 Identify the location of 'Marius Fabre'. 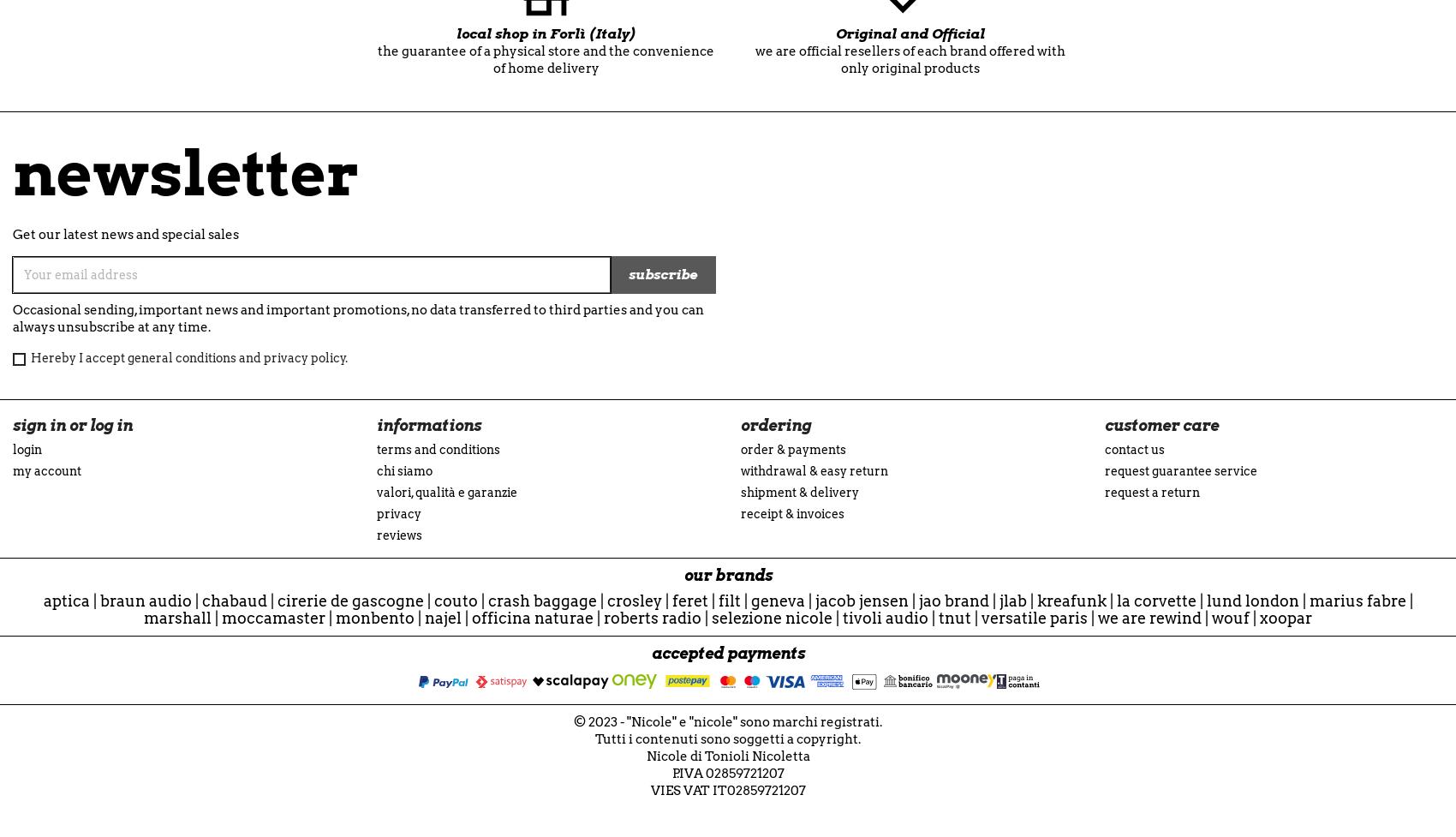
(1357, 601).